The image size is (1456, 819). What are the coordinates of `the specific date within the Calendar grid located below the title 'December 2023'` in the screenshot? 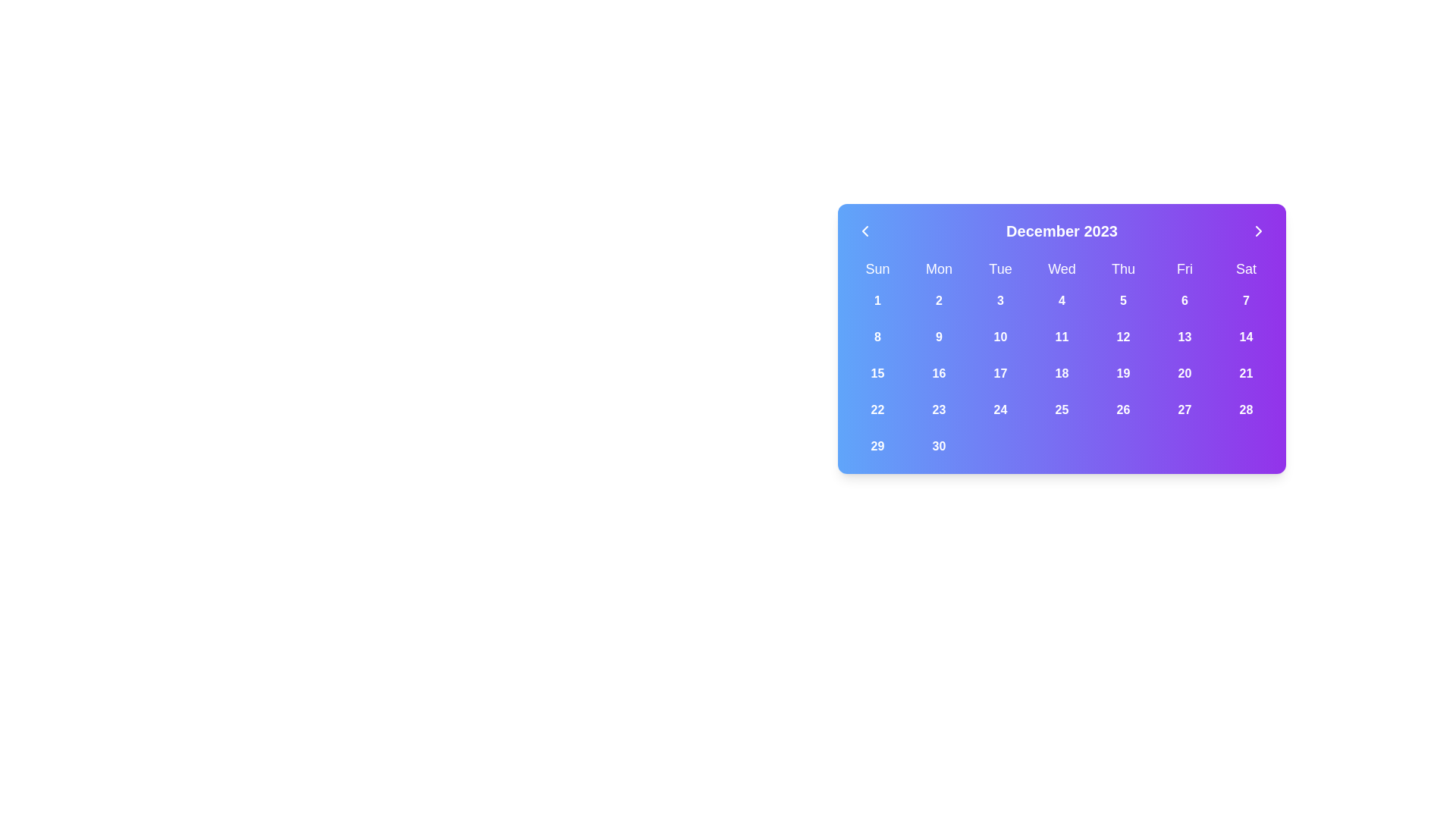 It's located at (1061, 359).